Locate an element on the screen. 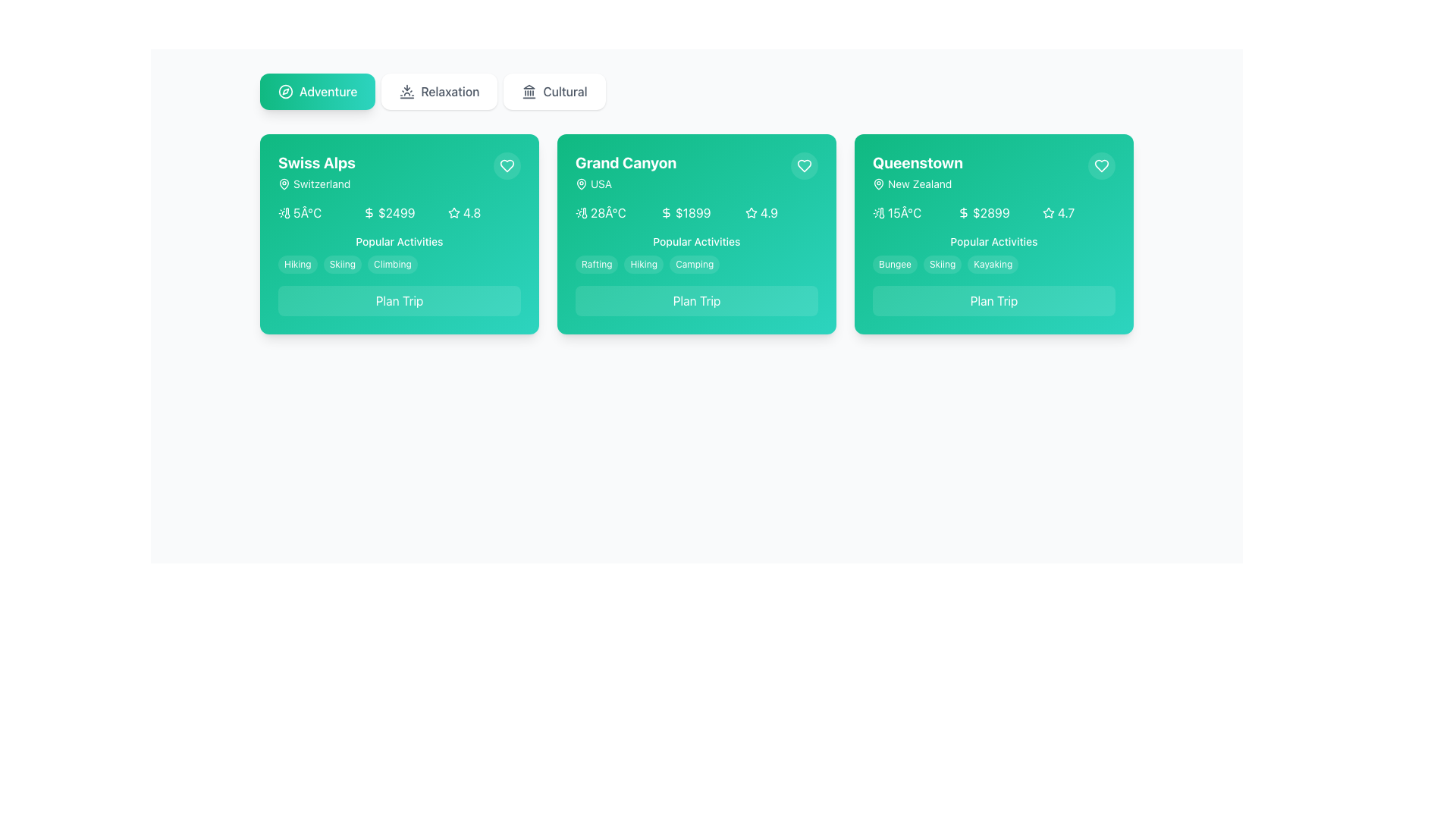  the informational text label displaying the average rating for the 'Queenstown' trip located in the third column of the trip card is located at coordinates (1065, 213).